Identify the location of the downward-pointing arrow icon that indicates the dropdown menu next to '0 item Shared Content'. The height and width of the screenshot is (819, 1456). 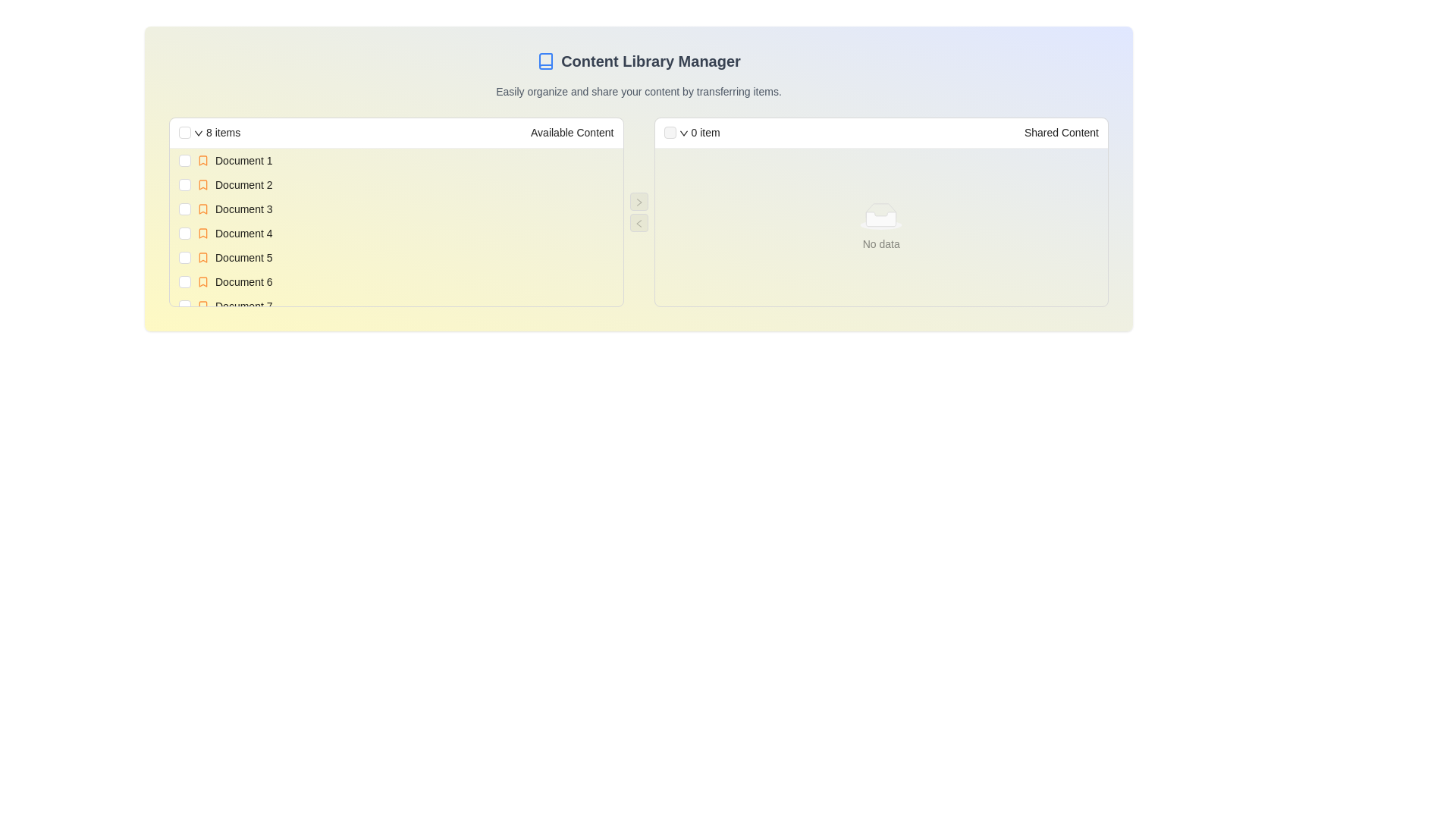
(682, 133).